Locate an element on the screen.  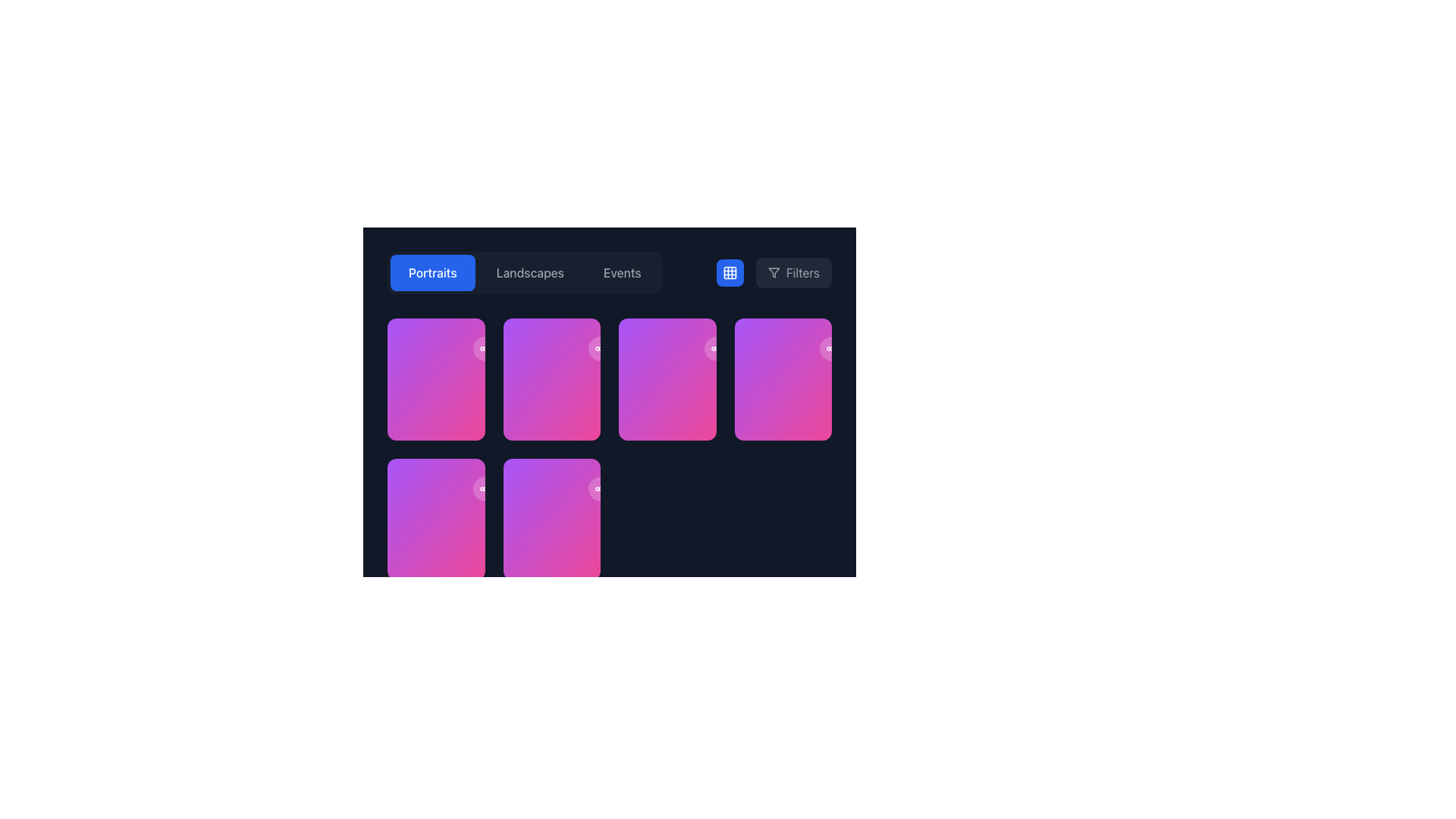
the 'Landscapes' button on the Tab Navigation Bar is located at coordinates (525, 271).